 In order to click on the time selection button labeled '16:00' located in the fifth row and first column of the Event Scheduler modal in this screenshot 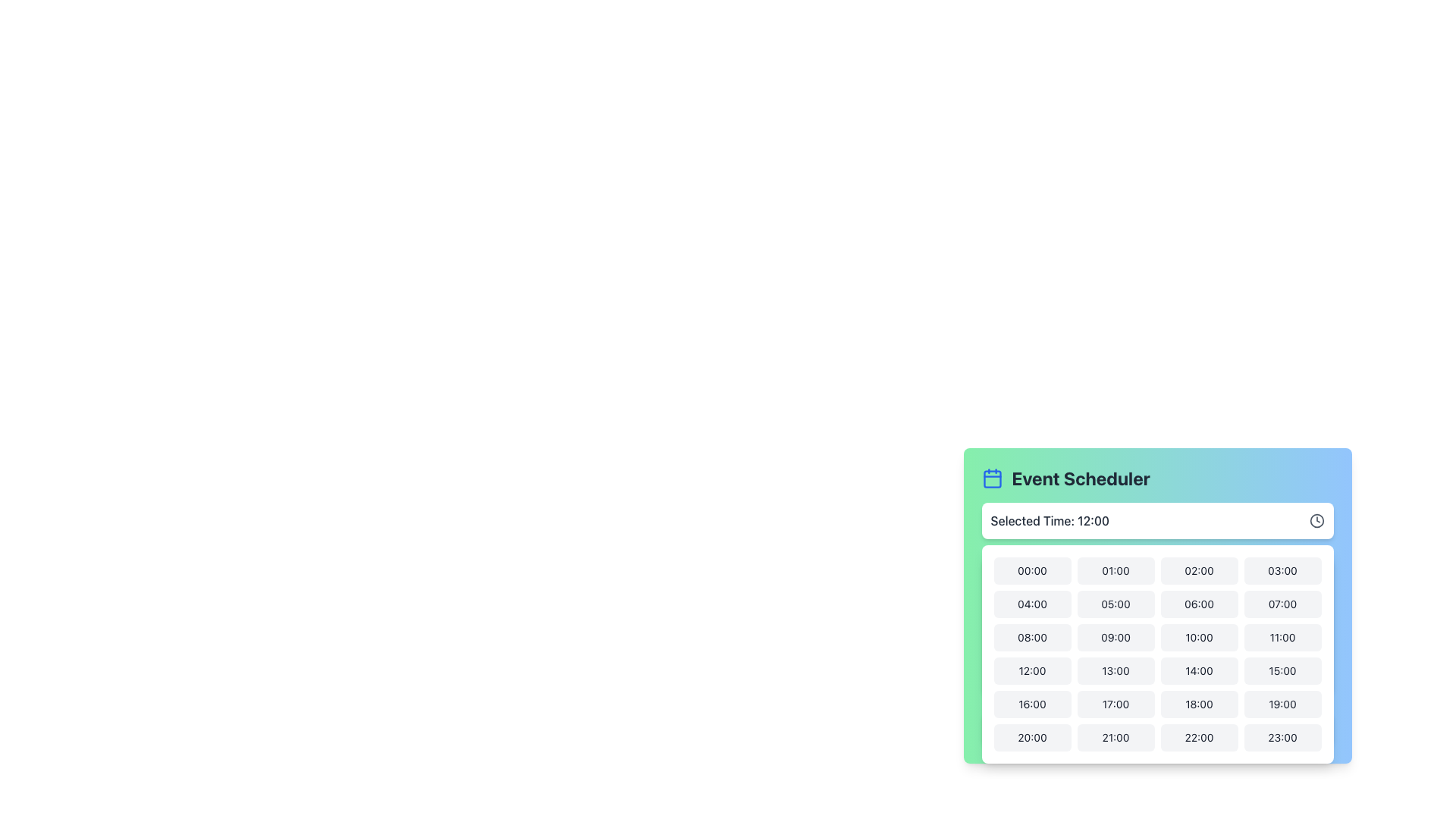, I will do `click(1031, 704)`.